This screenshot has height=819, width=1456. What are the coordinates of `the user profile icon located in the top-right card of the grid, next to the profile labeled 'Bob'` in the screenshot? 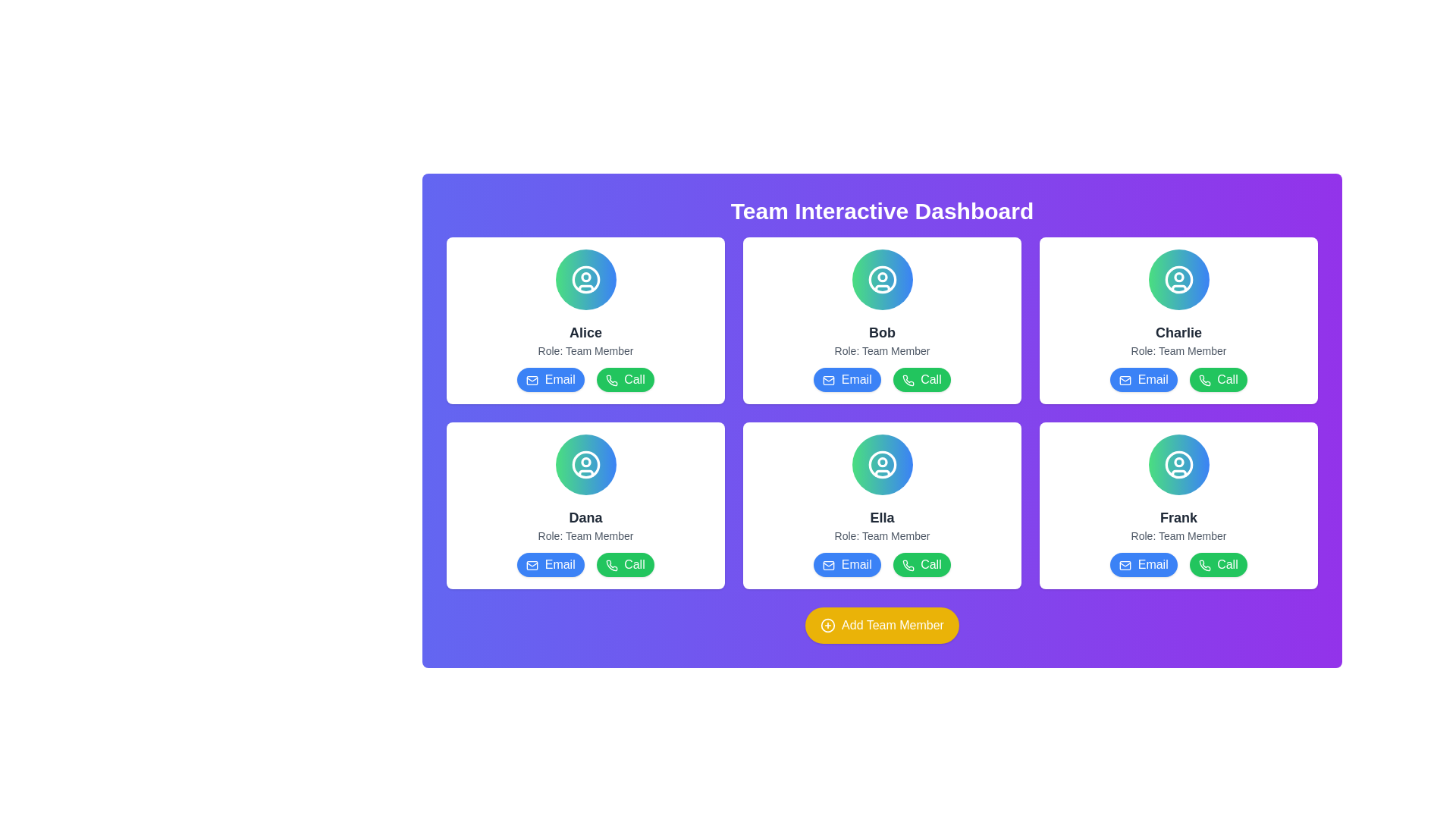 It's located at (882, 280).